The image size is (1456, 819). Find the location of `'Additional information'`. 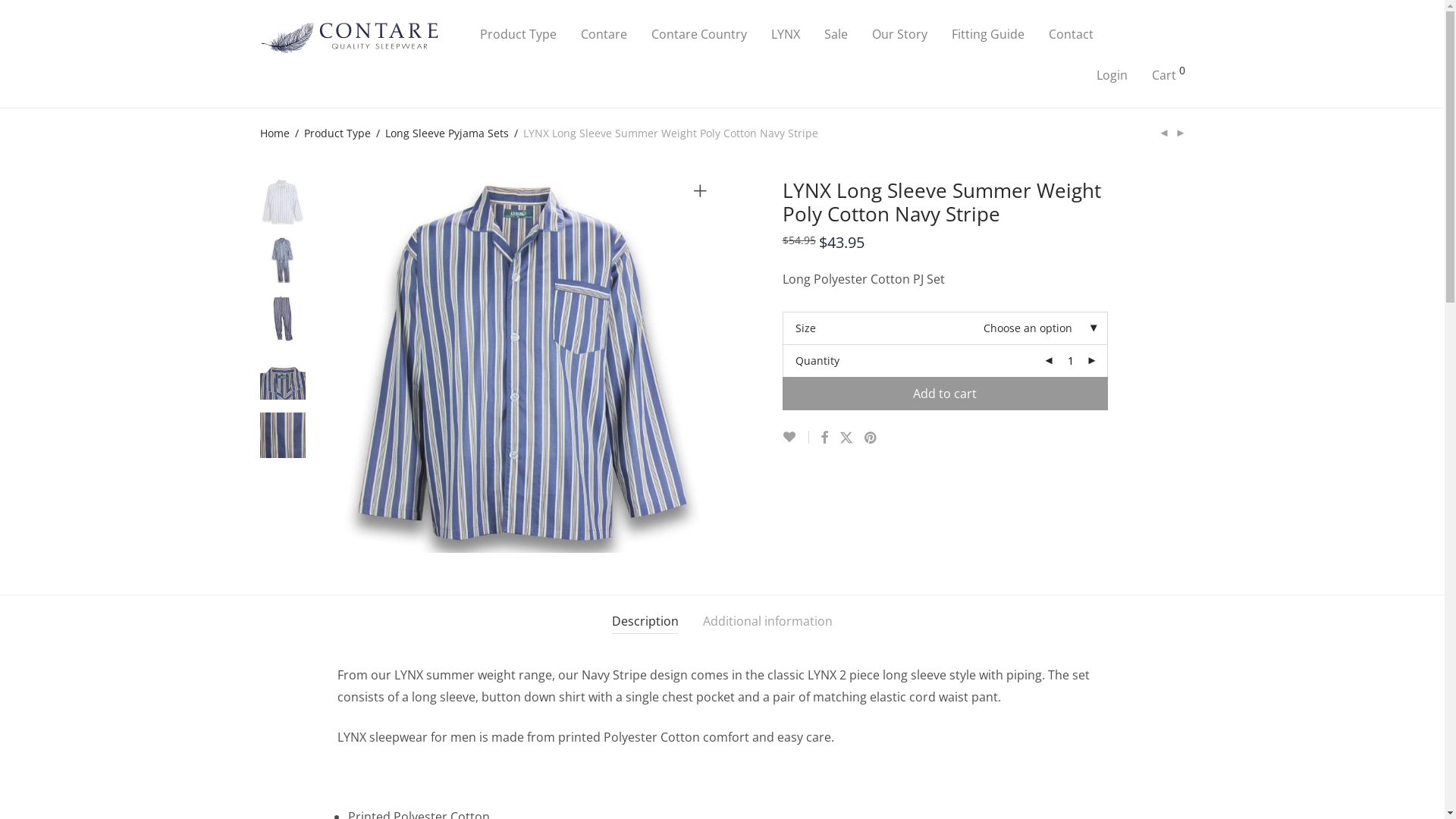

'Additional information' is located at coordinates (767, 621).